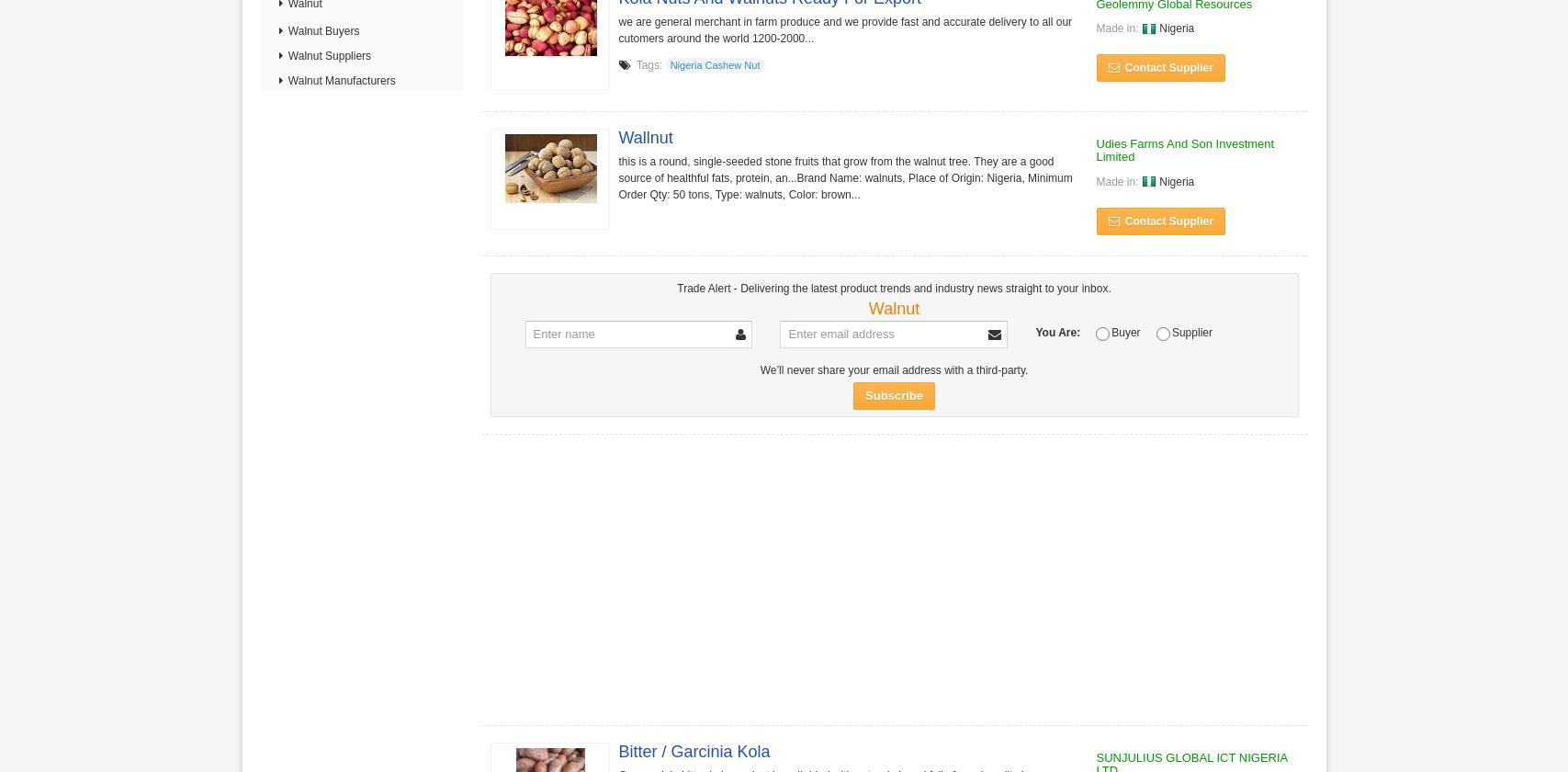 This screenshot has width=1568, height=772. Describe the element at coordinates (844, 30) in the screenshot. I see `'we are general merchant in farm produce and we provide fast and accurate delivery to all our cutomers around the world
1200-2000...'` at that location.